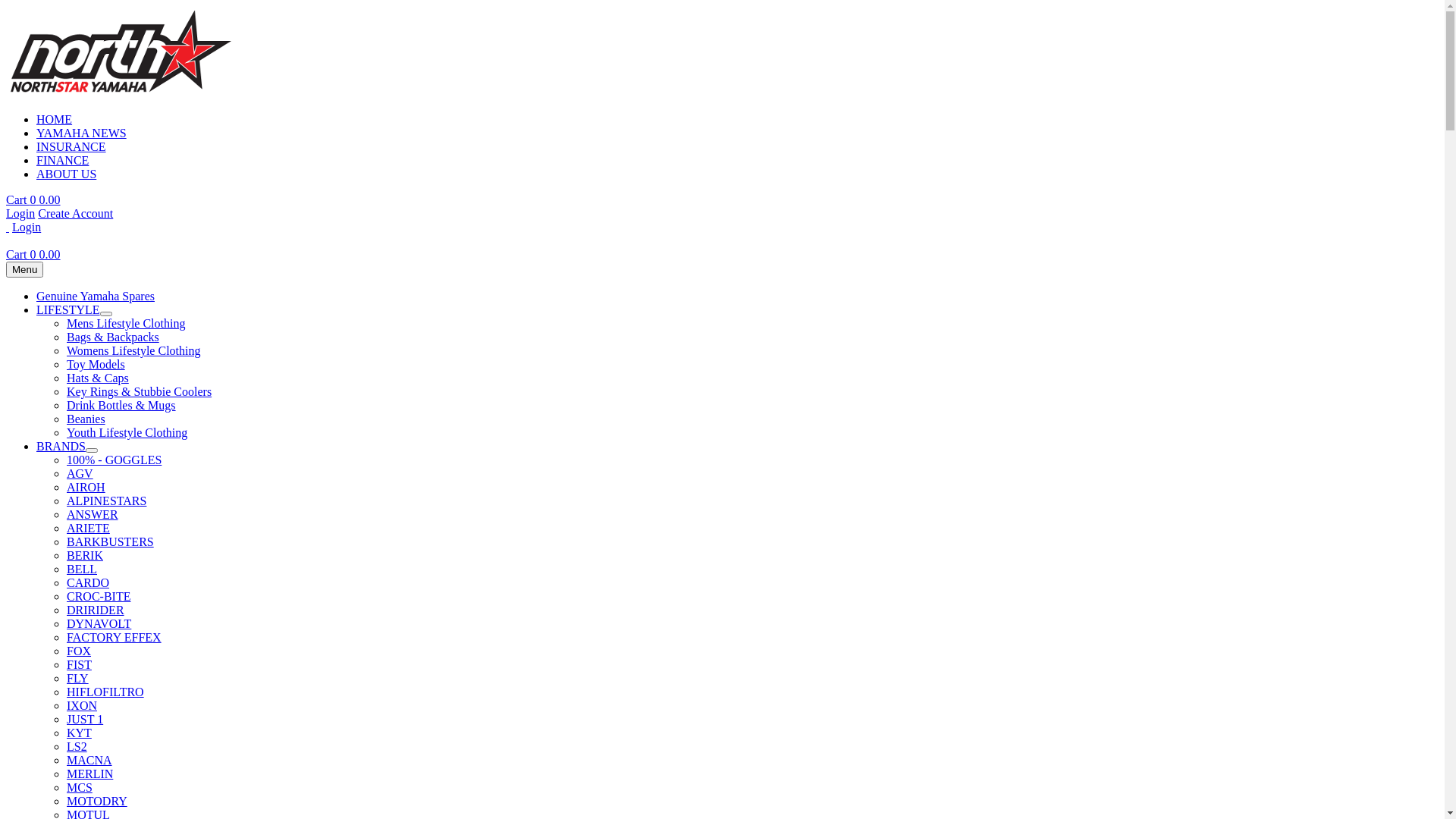 This screenshot has width=1456, height=819. What do you see at coordinates (65, 419) in the screenshot?
I see `'Beanies'` at bounding box center [65, 419].